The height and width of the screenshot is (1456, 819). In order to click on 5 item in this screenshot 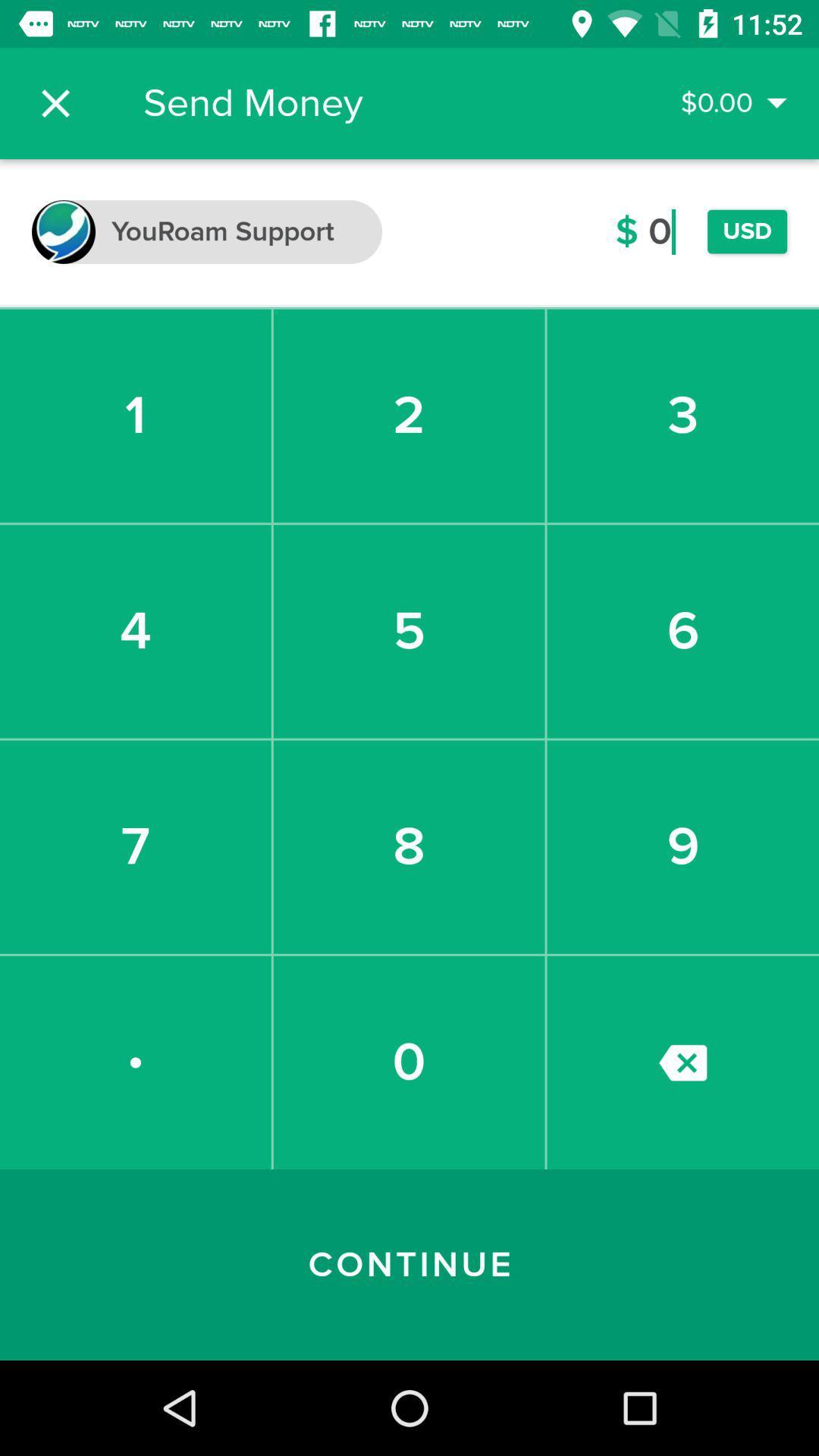, I will do `click(408, 631)`.